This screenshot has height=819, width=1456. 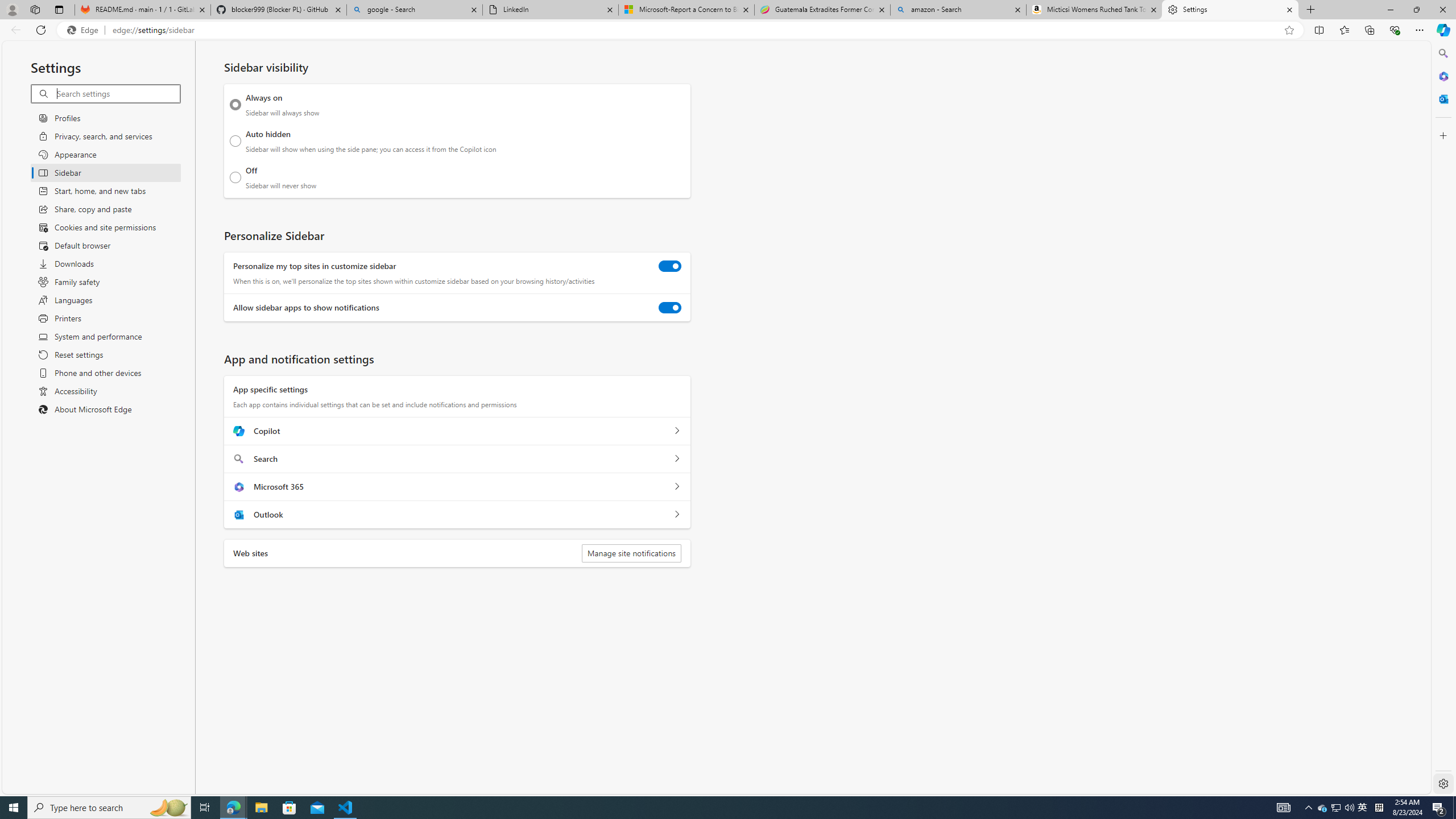 What do you see at coordinates (118, 93) in the screenshot?
I see `'Search settings'` at bounding box center [118, 93].